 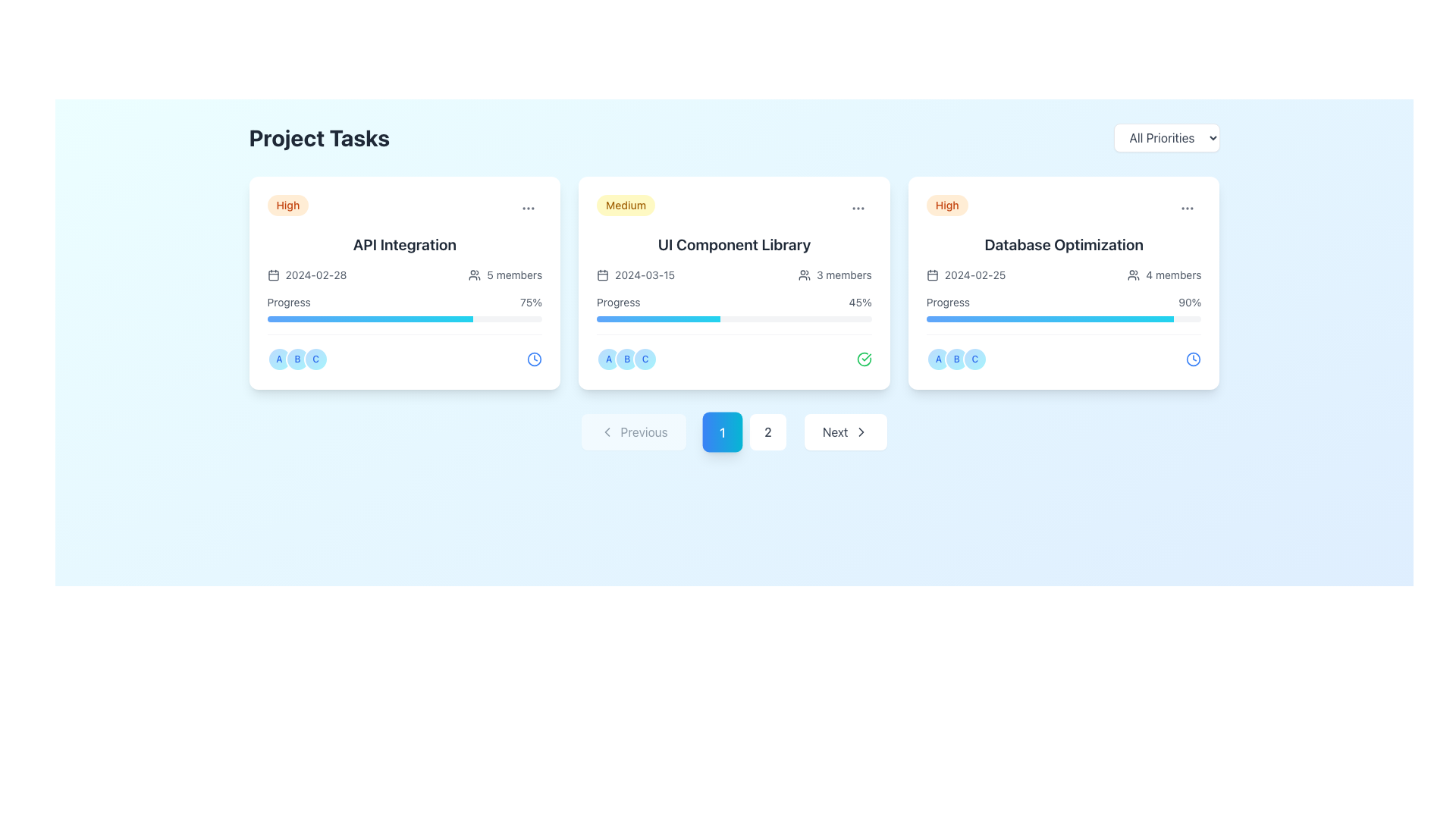 I want to click on second circular badge labeled 'B' with a gradient background and white border, located beneath the progress bar in the 'UI Component Library' card, so click(x=627, y=359).